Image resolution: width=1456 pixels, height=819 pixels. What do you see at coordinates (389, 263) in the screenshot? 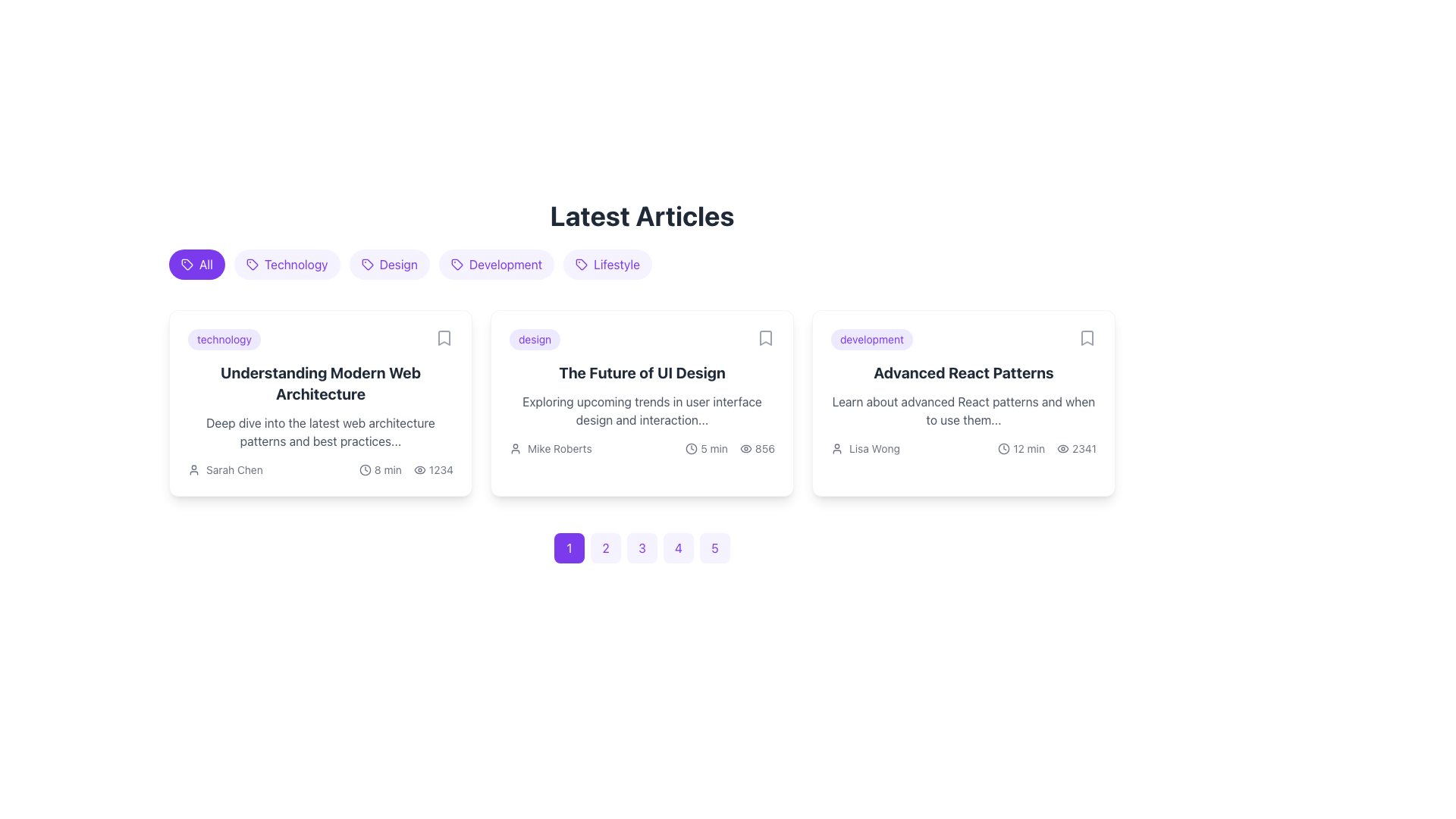
I see `the pill-shaped button labeled 'Design' in violet text to observe its hover effect` at bounding box center [389, 263].